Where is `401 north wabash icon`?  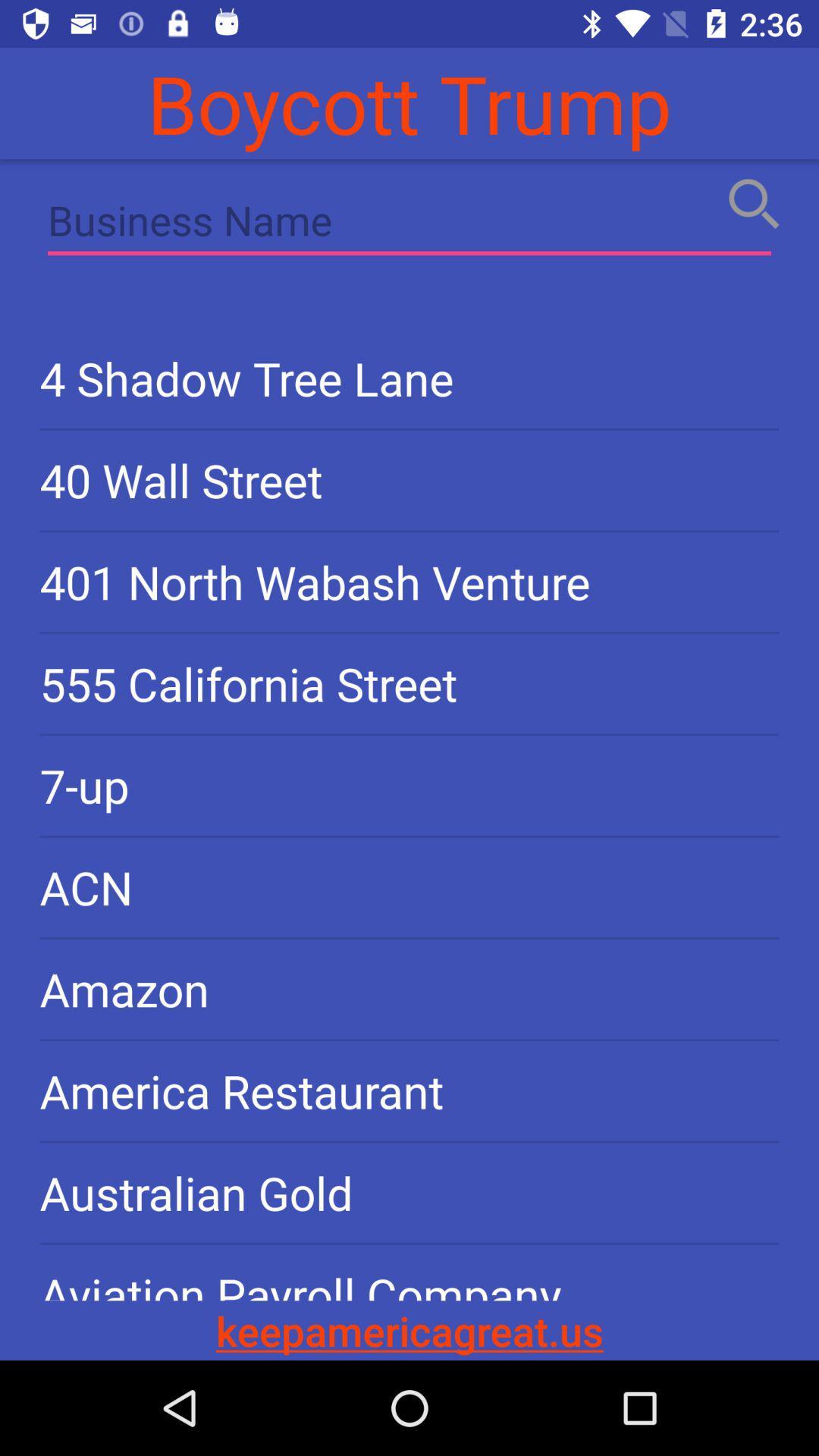 401 north wabash icon is located at coordinates (409, 581).